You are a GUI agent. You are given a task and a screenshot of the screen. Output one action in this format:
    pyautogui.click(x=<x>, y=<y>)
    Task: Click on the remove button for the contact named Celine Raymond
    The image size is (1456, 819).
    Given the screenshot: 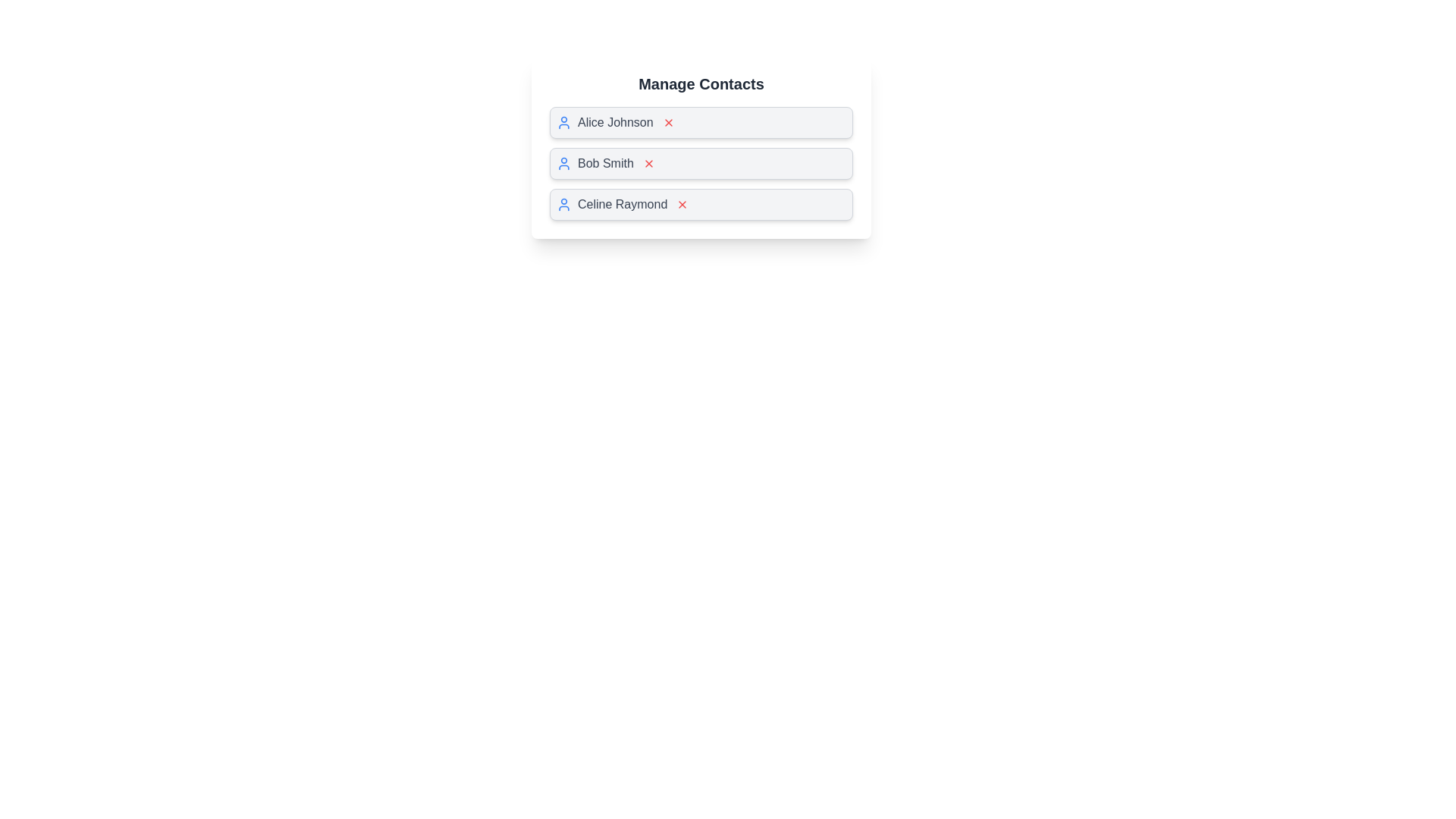 What is the action you would take?
    pyautogui.click(x=682, y=205)
    